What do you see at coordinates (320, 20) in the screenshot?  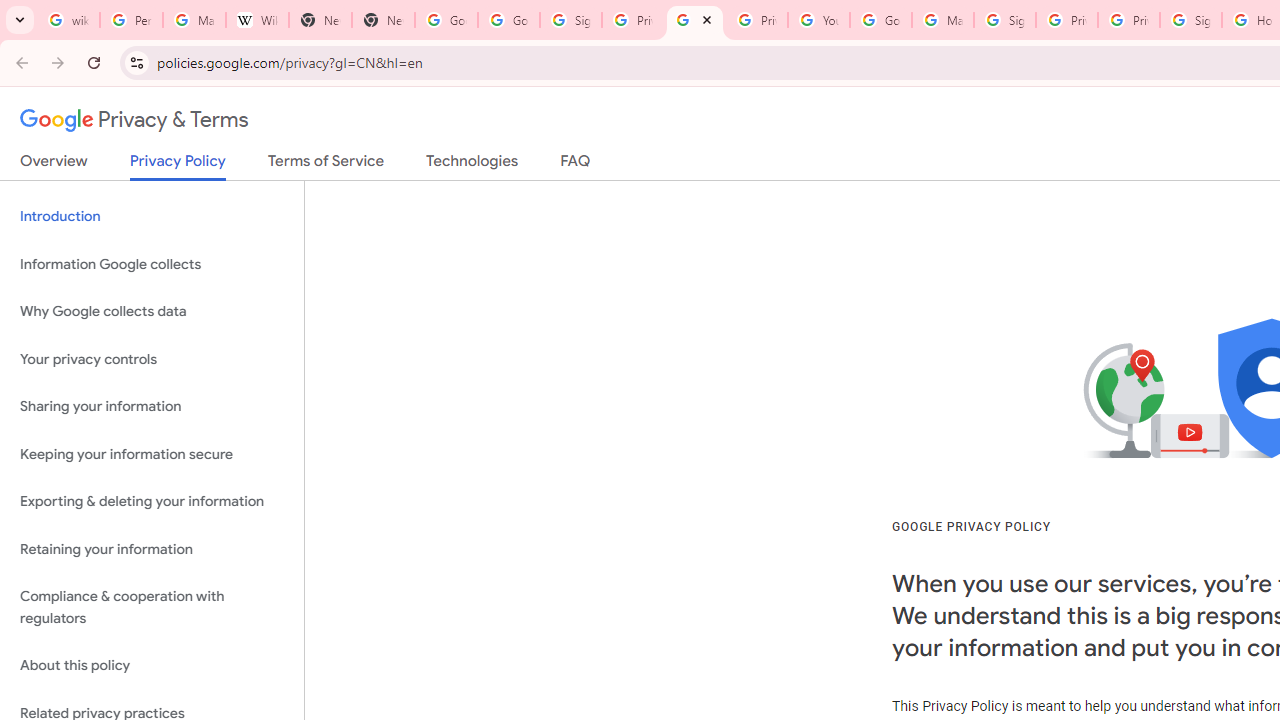 I see `'New Tab'` at bounding box center [320, 20].